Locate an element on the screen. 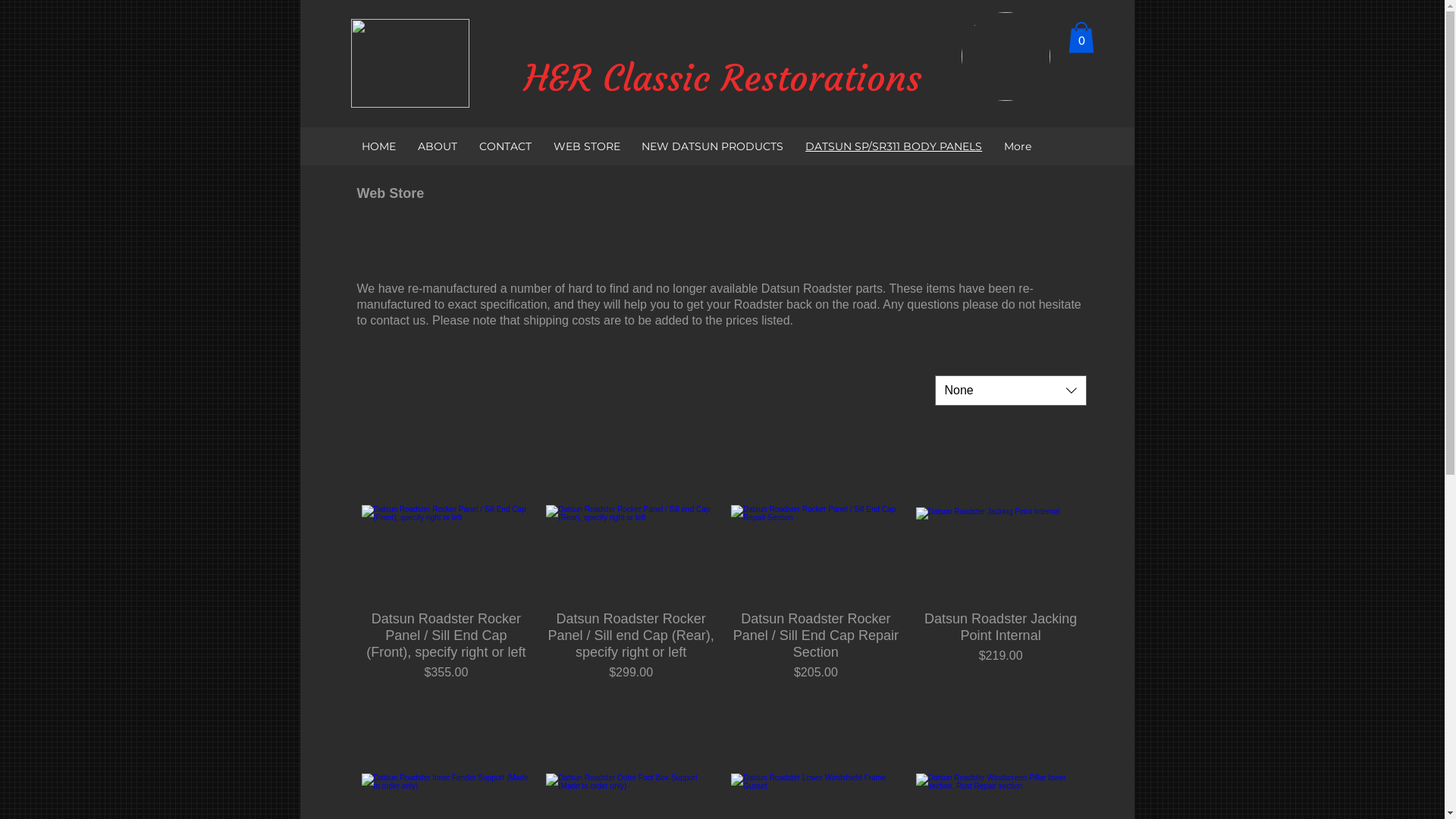 The height and width of the screenshot is (819, 1456). 'WEB STORE' is located at coordinates (585, 146).